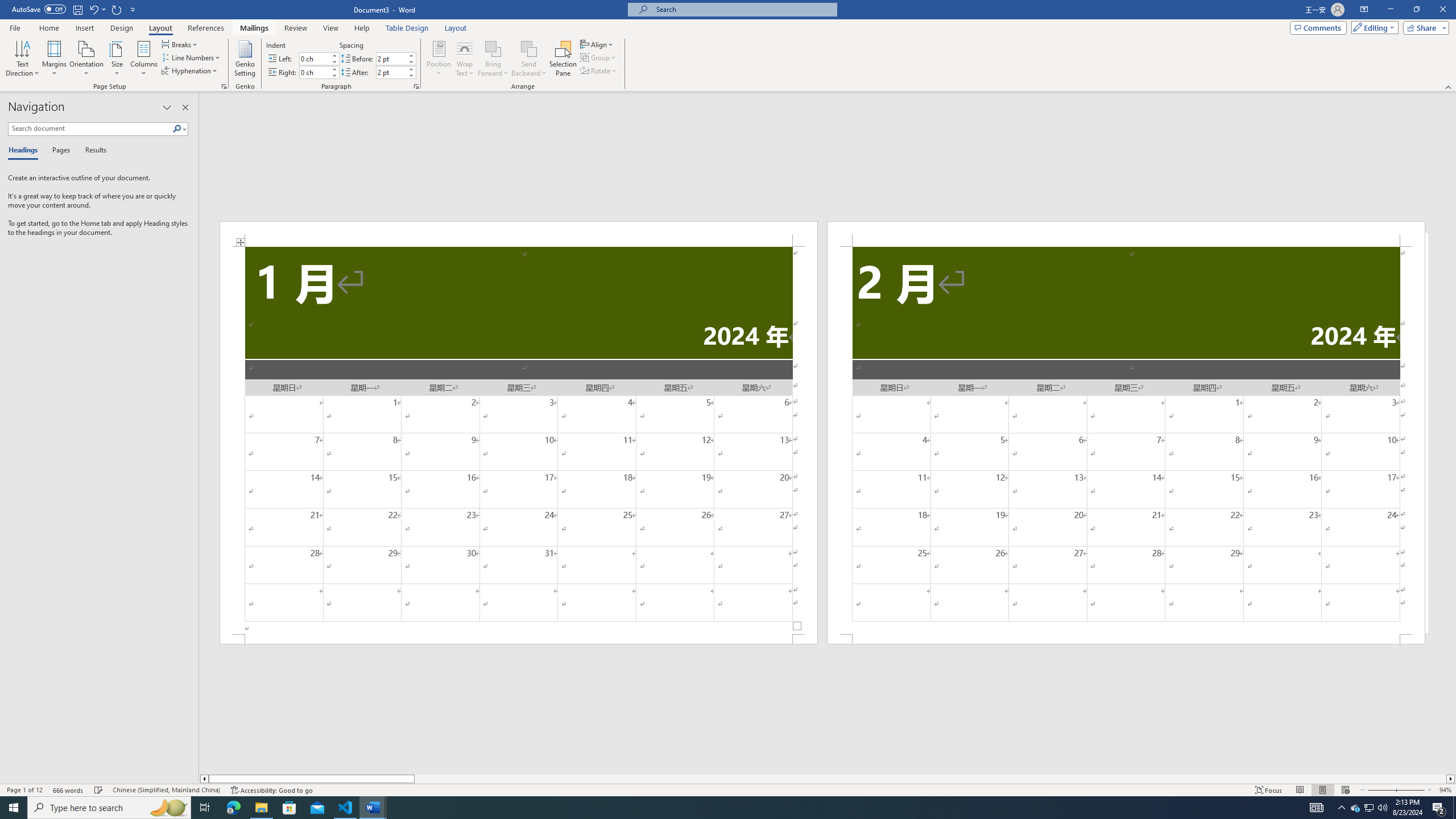 The image size is (1456, 819). I want to click on 'Selection Pane...', so click(563, 59).